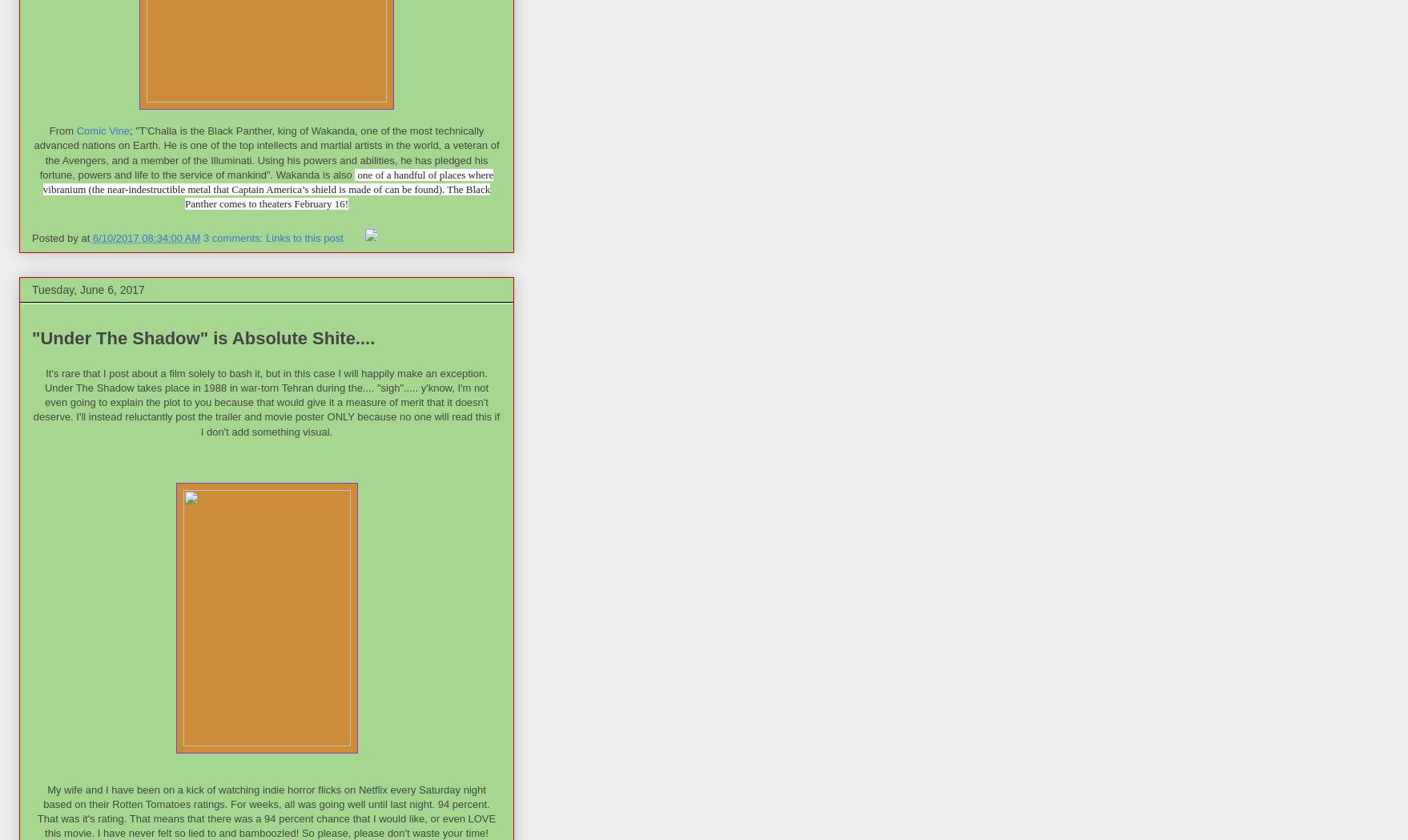 This screenshot has height=840, width=1408. I want to click on 'Posted by', so click(32, 237).